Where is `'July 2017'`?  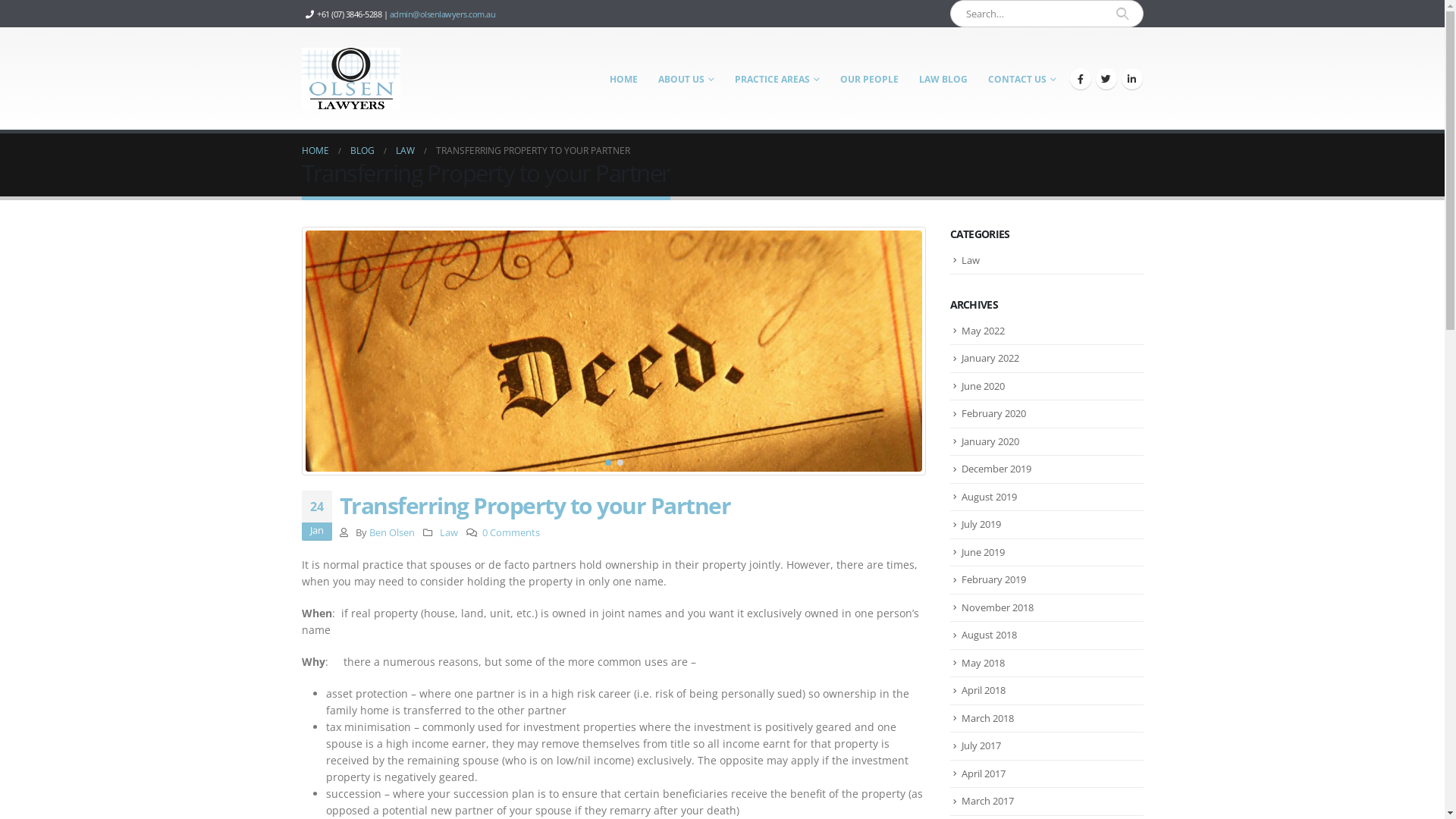
'July 2017' is located at coordinates (981, 745).